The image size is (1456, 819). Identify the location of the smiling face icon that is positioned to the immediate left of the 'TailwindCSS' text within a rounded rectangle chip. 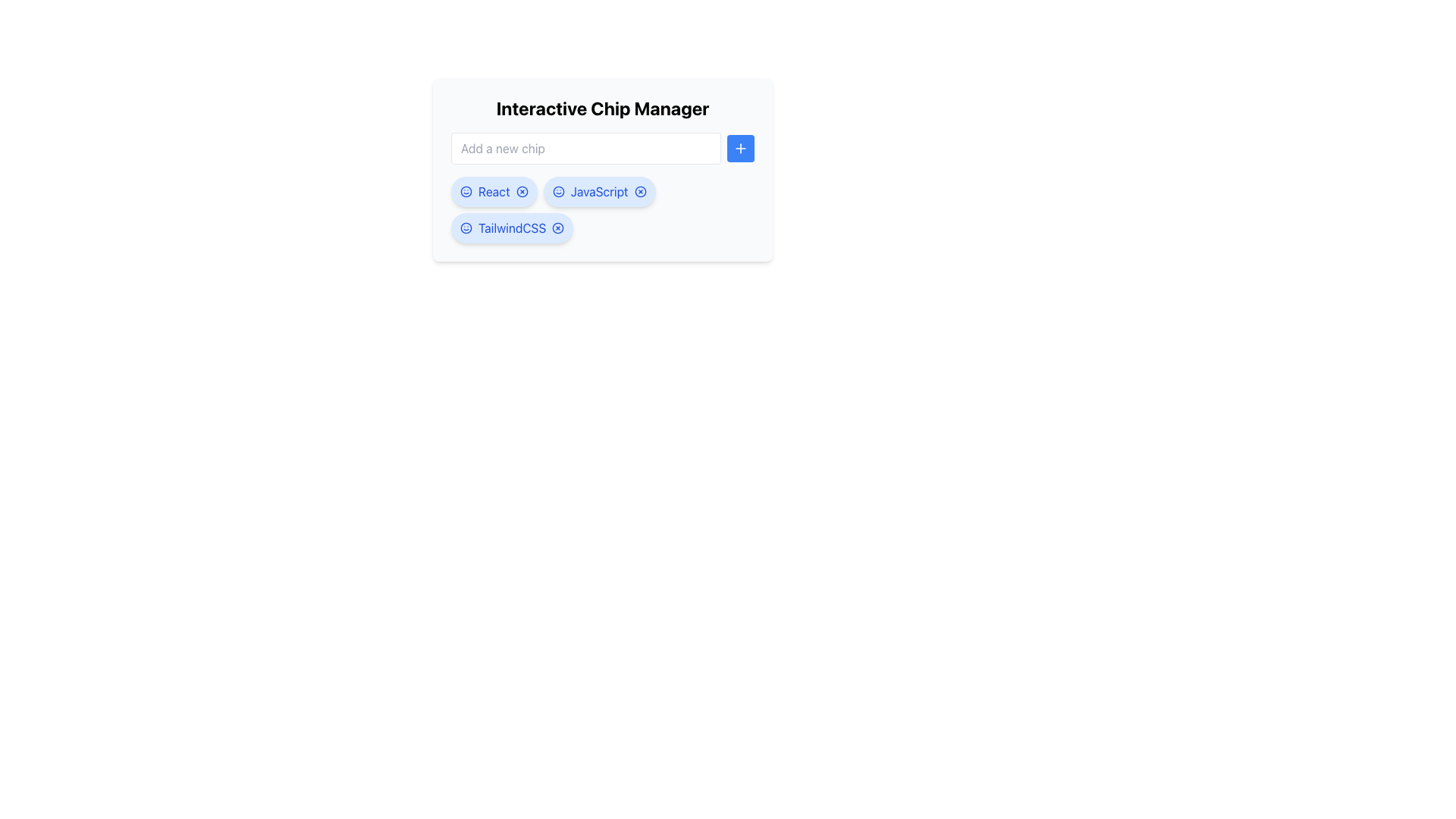
(465, 227).